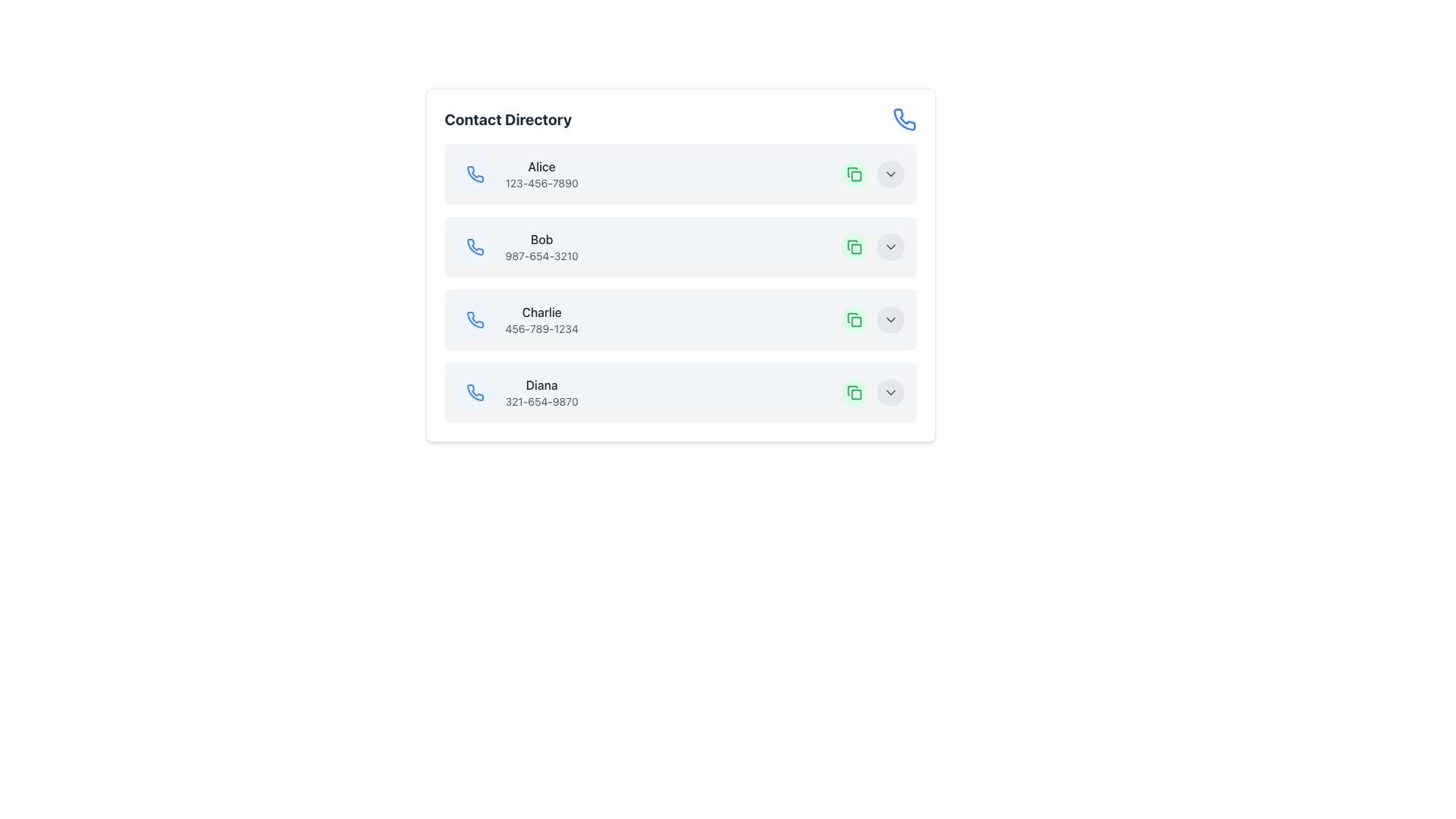  Describe the element at coordinates (474, 173) in the screenshot. I see `the blue phone icon in Alice's contact card, which is positioned to the left of her name and phone number` at that location.